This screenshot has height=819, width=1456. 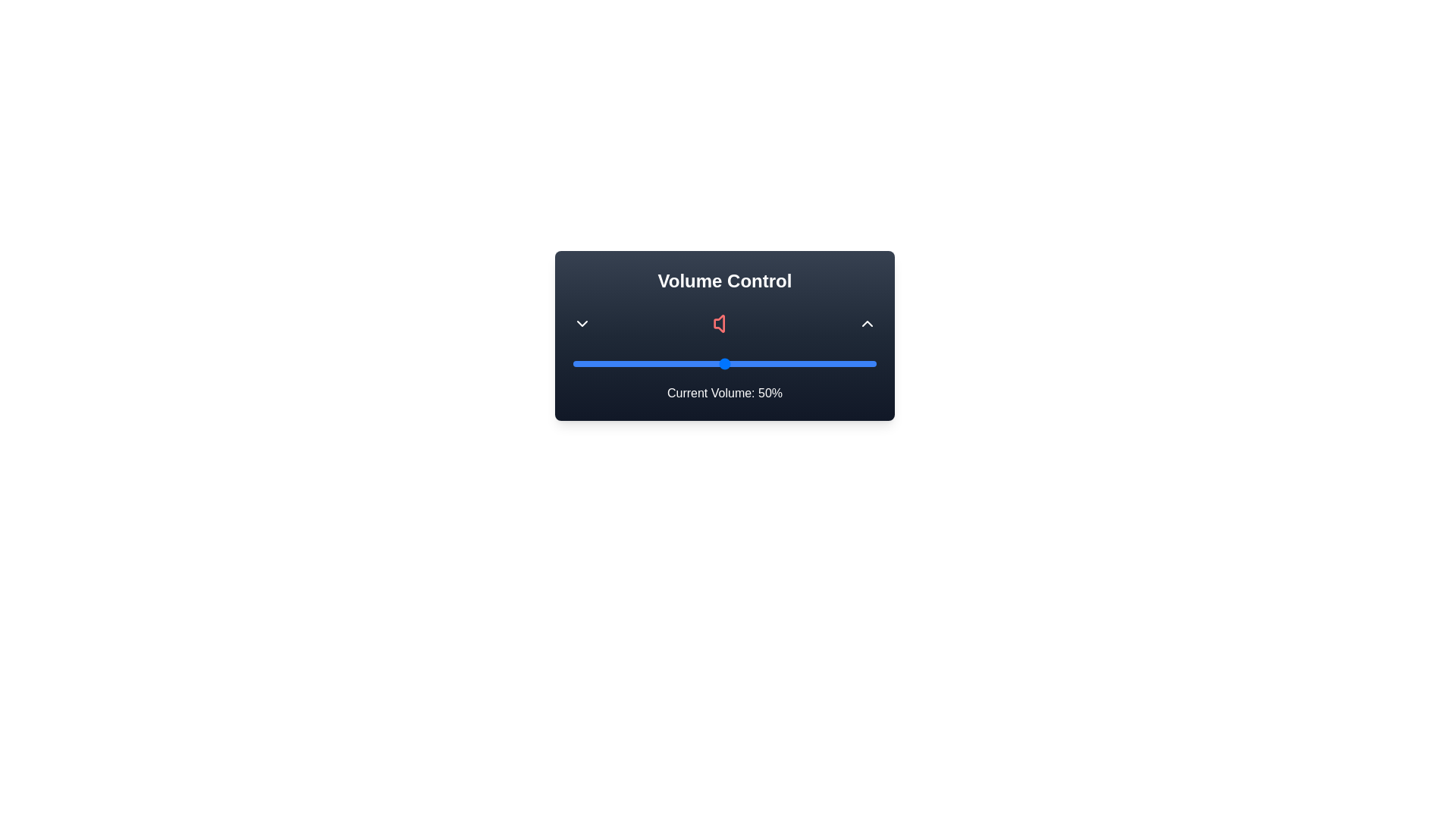 I want to click on down arrow button to decrease the volume, so click(x=582, y=323).